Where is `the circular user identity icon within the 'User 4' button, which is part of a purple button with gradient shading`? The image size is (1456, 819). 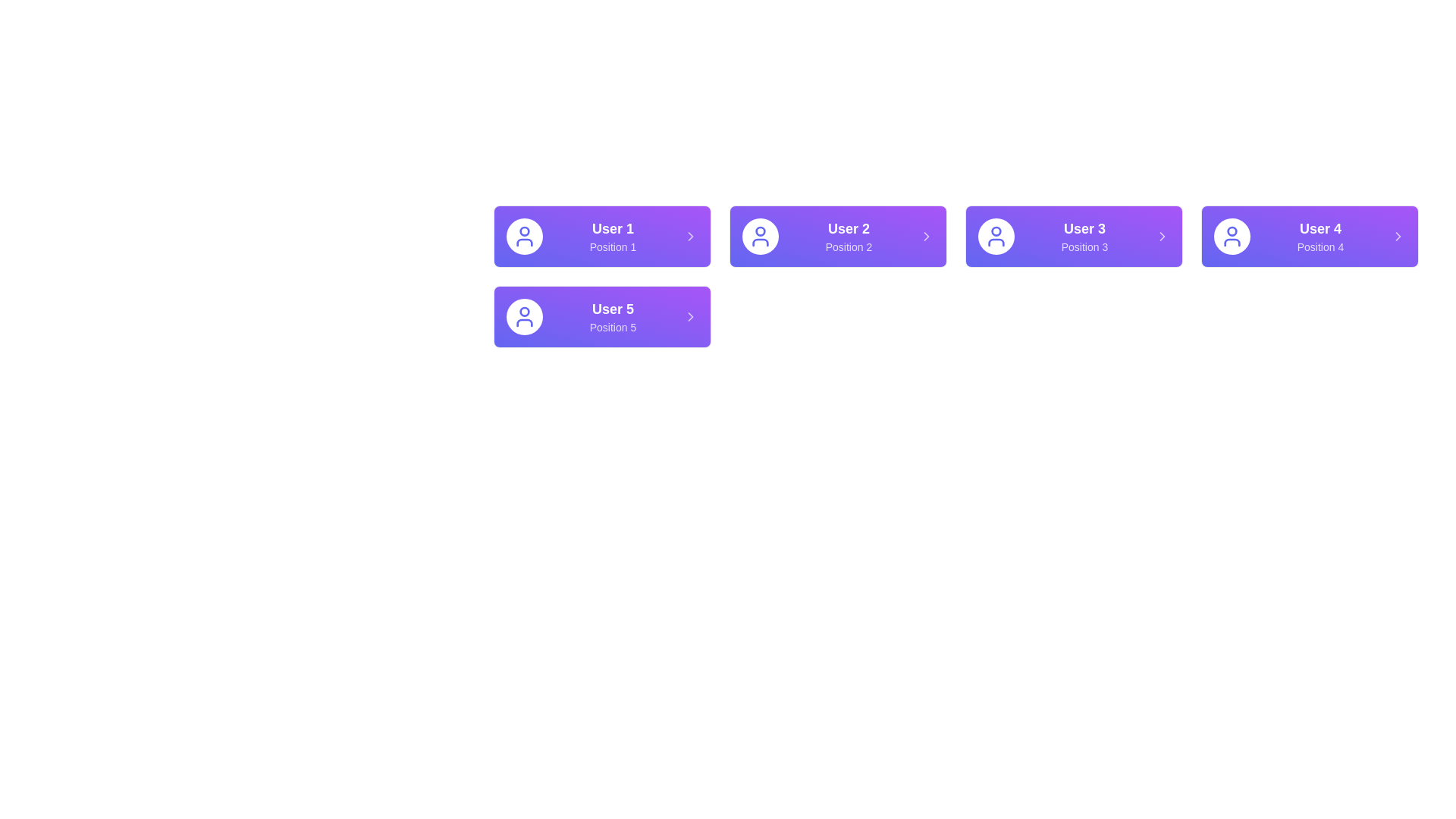 the circular user identity icon within the 'User 4' button, which is part of a purple button with gradient shading is located at coordinates (1232, 231).